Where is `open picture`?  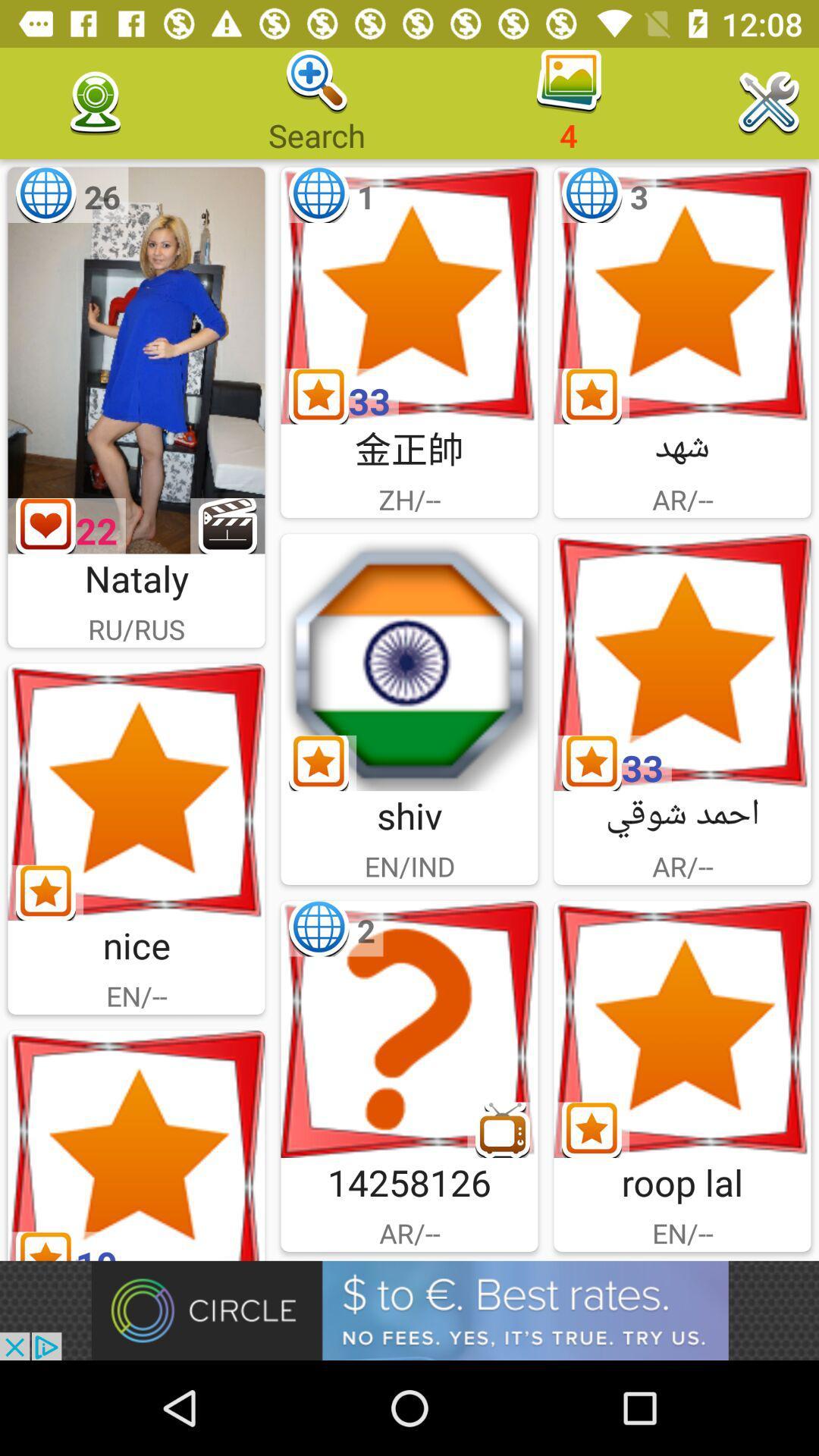 open picture is located at coordinates (681, 662).